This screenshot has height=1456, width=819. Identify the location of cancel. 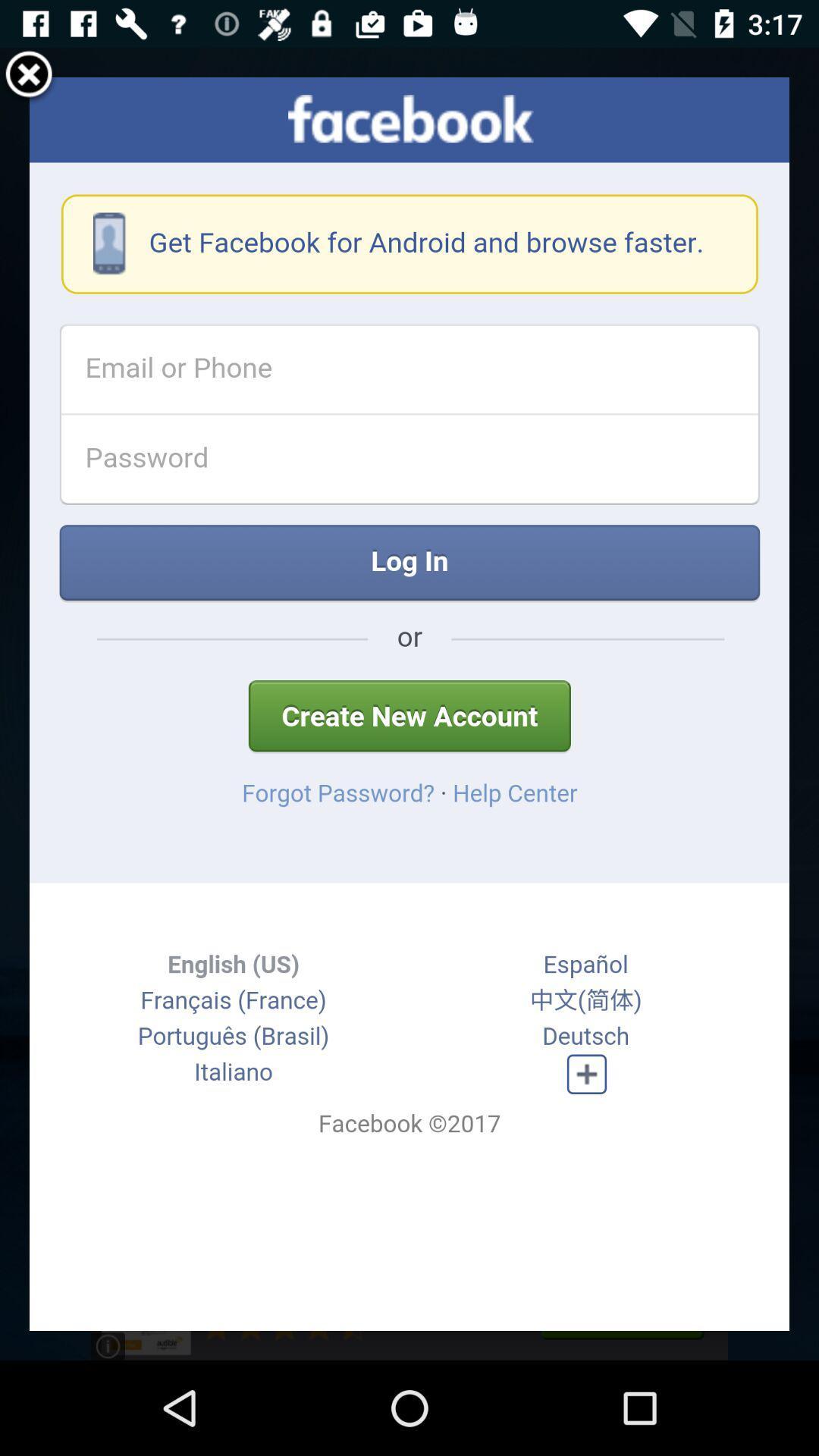
(29, 76).